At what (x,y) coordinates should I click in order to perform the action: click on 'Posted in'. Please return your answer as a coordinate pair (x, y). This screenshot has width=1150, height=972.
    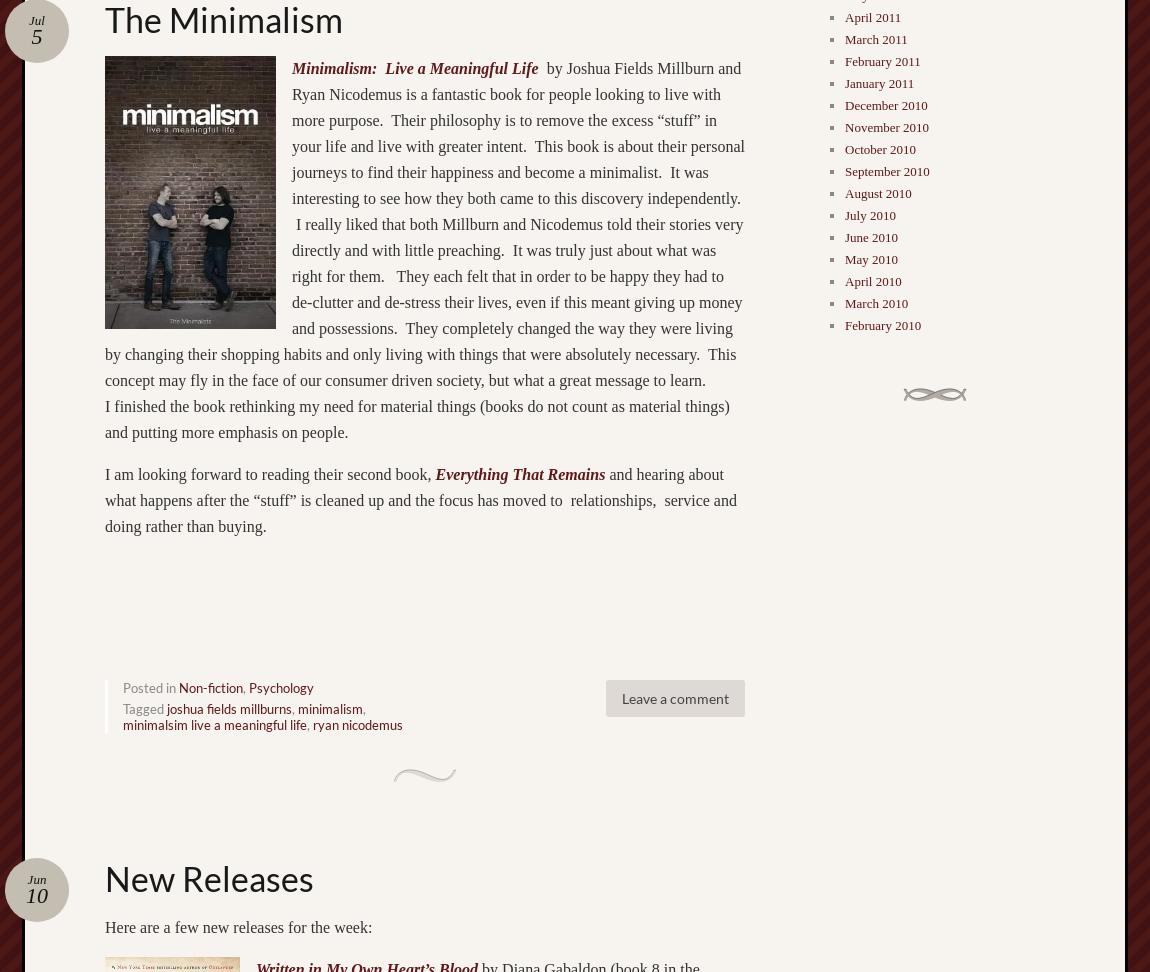
    Looking at the image, I should click on (149, 686).